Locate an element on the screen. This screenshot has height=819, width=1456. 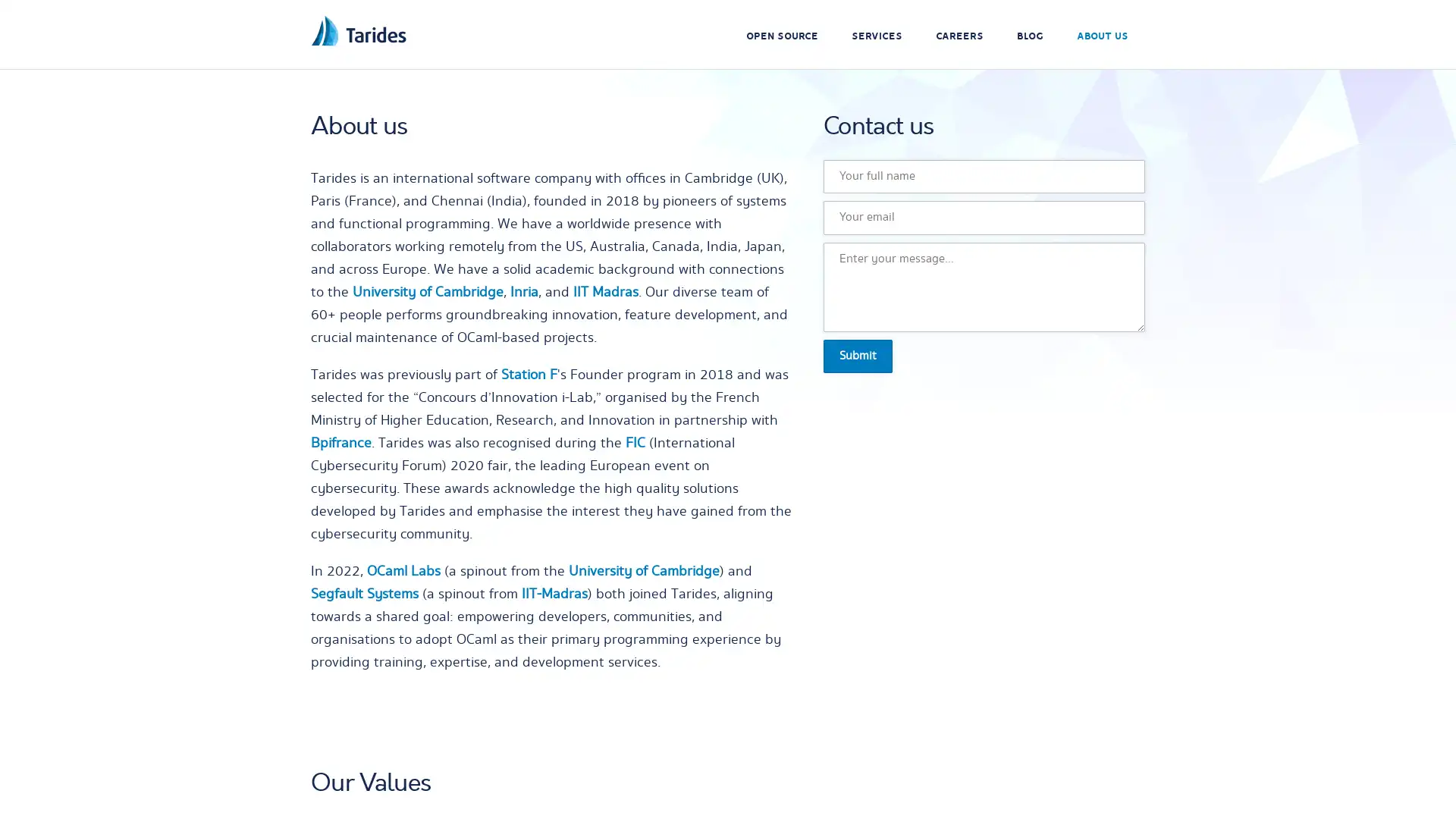
Submit is located at coordinates (858, 356).